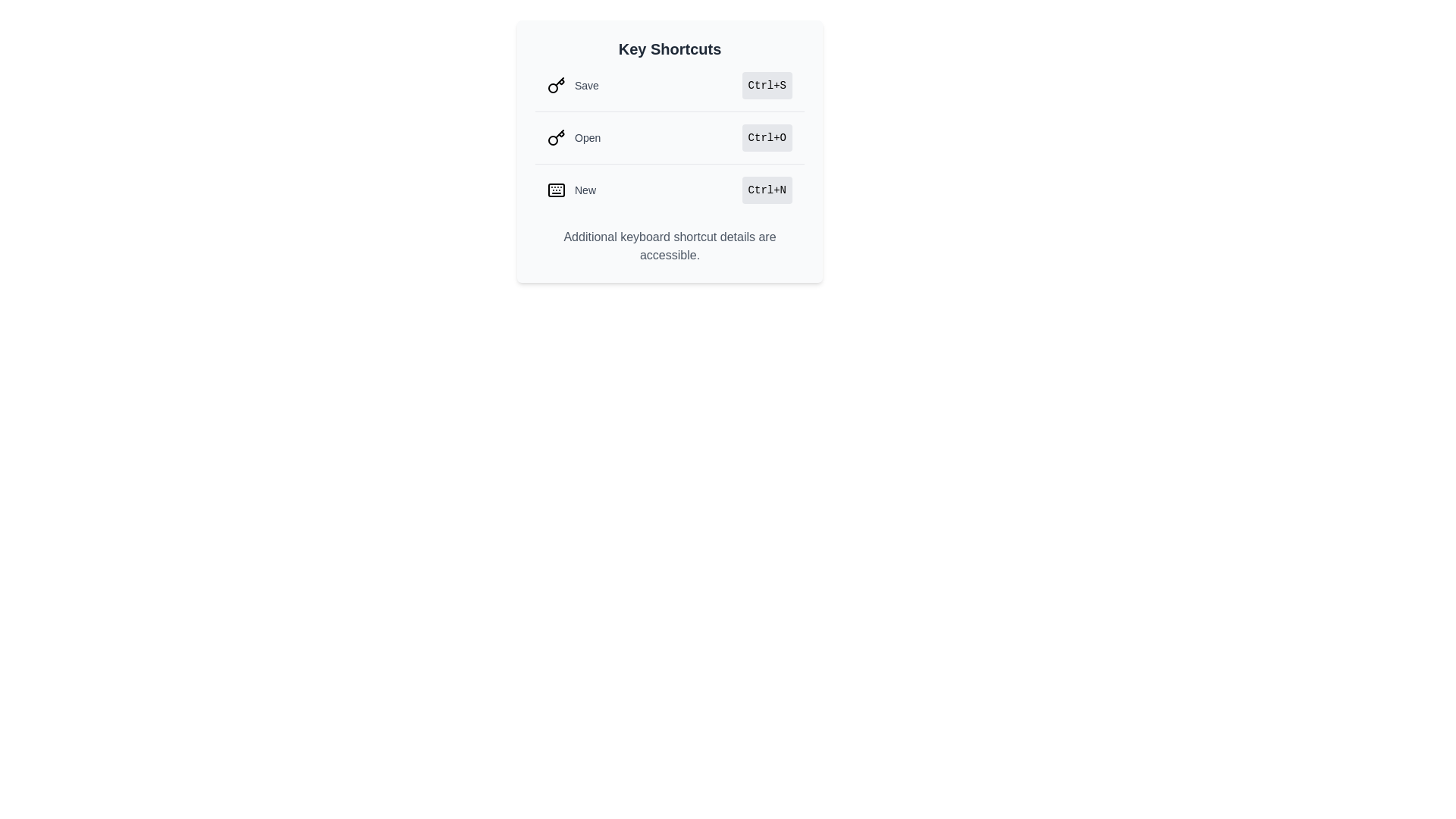  I want to click on the text label that reads 'Additional keyboard shortcut details are accessible.' This label is located at the bottom of the 'Key Shortcuts' modal, following a list of keyboard shortcuts, so click(669, 245).